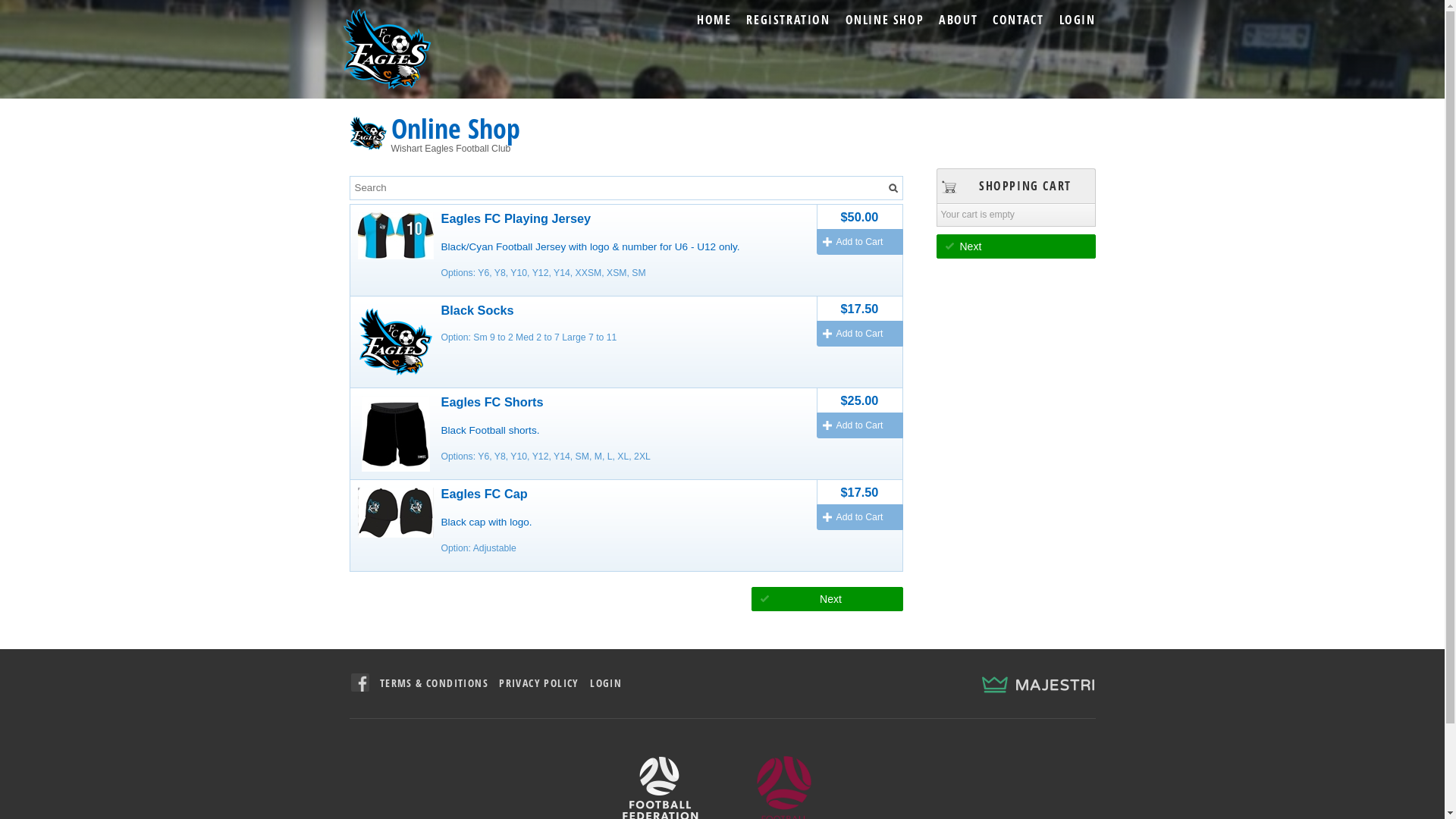 The height and width of the screenshot is (819, 1456). What do you see at coordinates (858, 332) in the screenshot?
I see `'Add to Cart'` at bounding box center [858, 332].